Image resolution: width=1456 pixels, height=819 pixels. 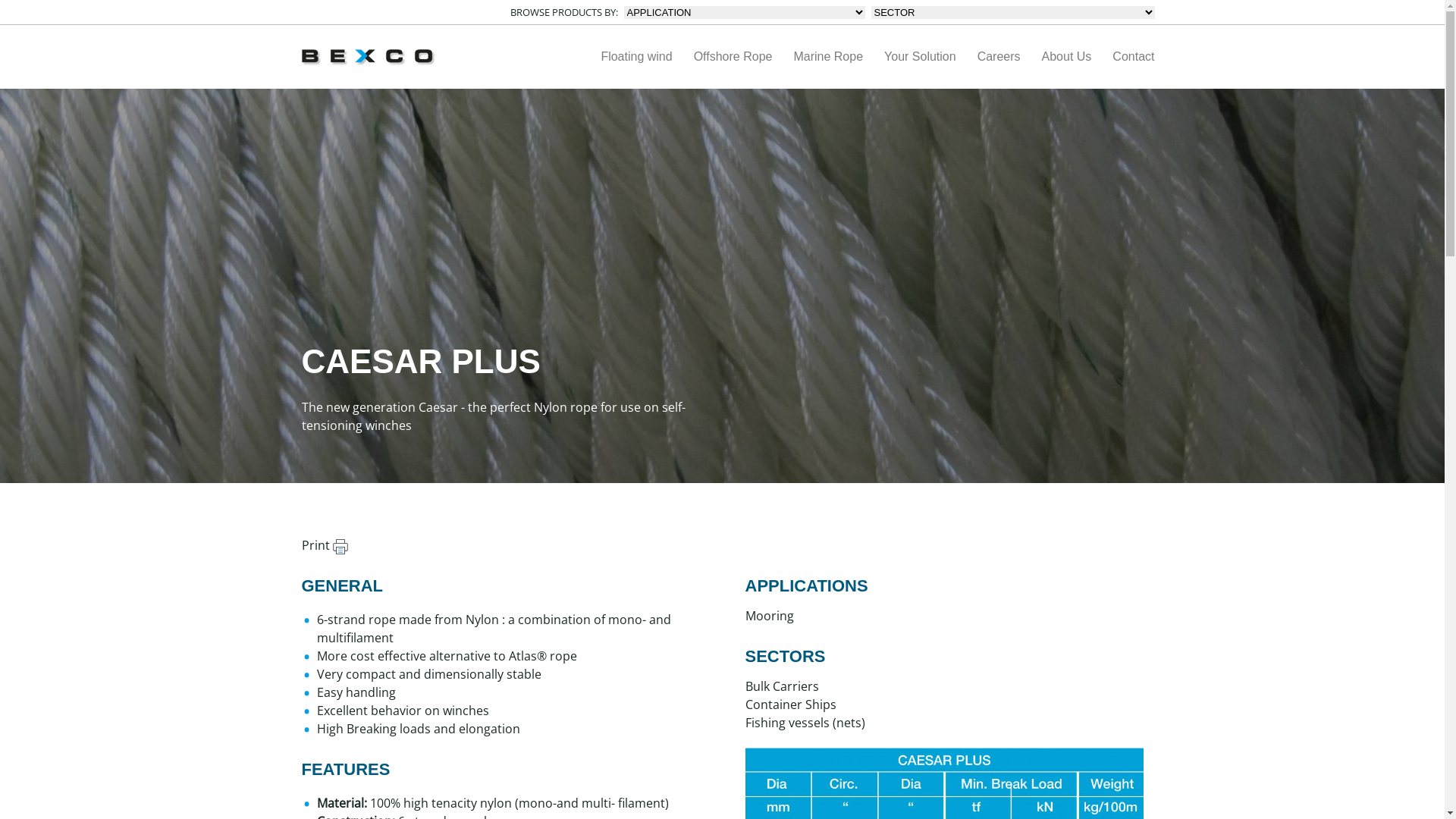 I want to click on 'Your Solution', so click(x=919, y=55).